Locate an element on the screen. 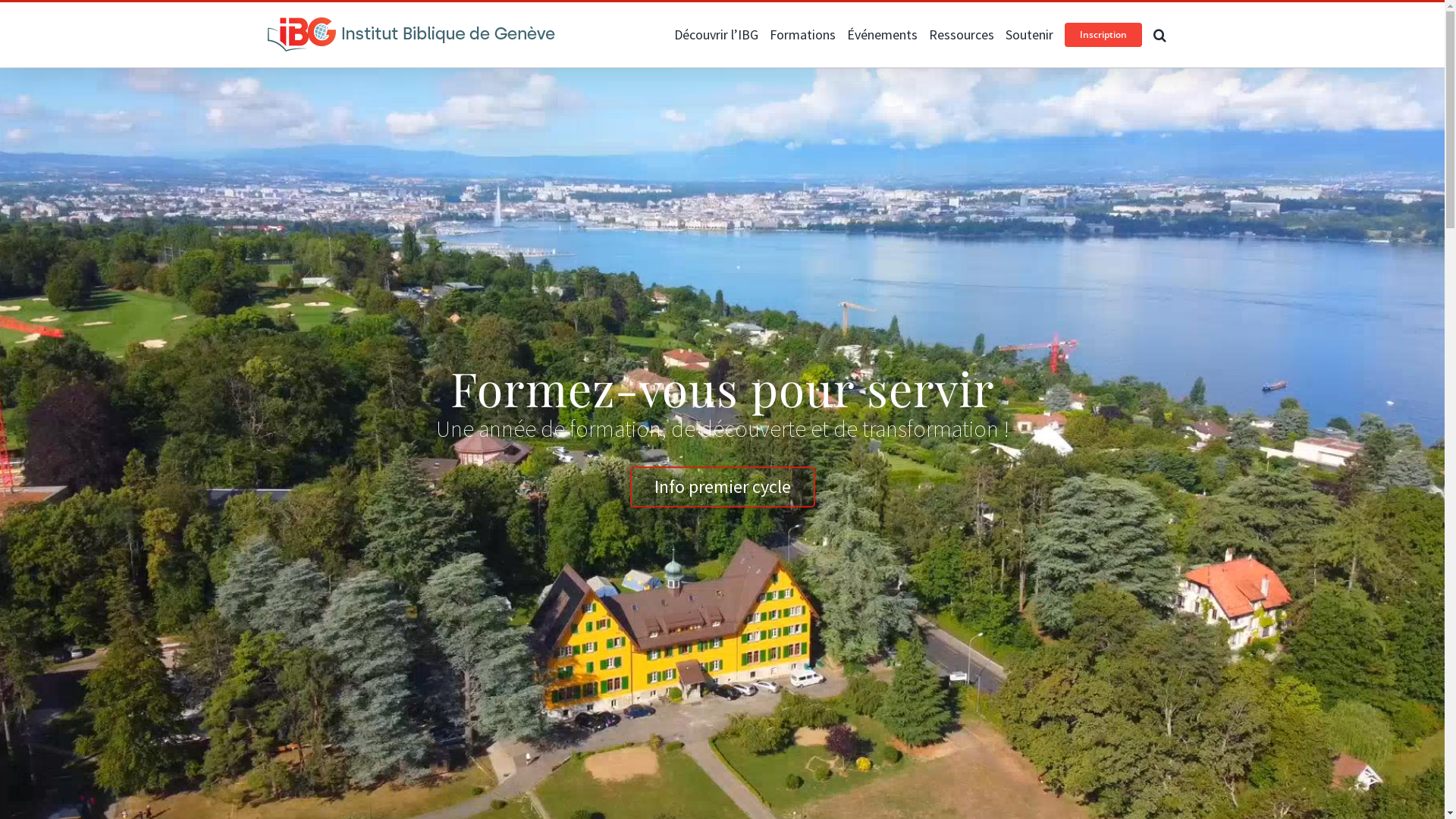  'Ressources' is located at coordinates (960, 34).